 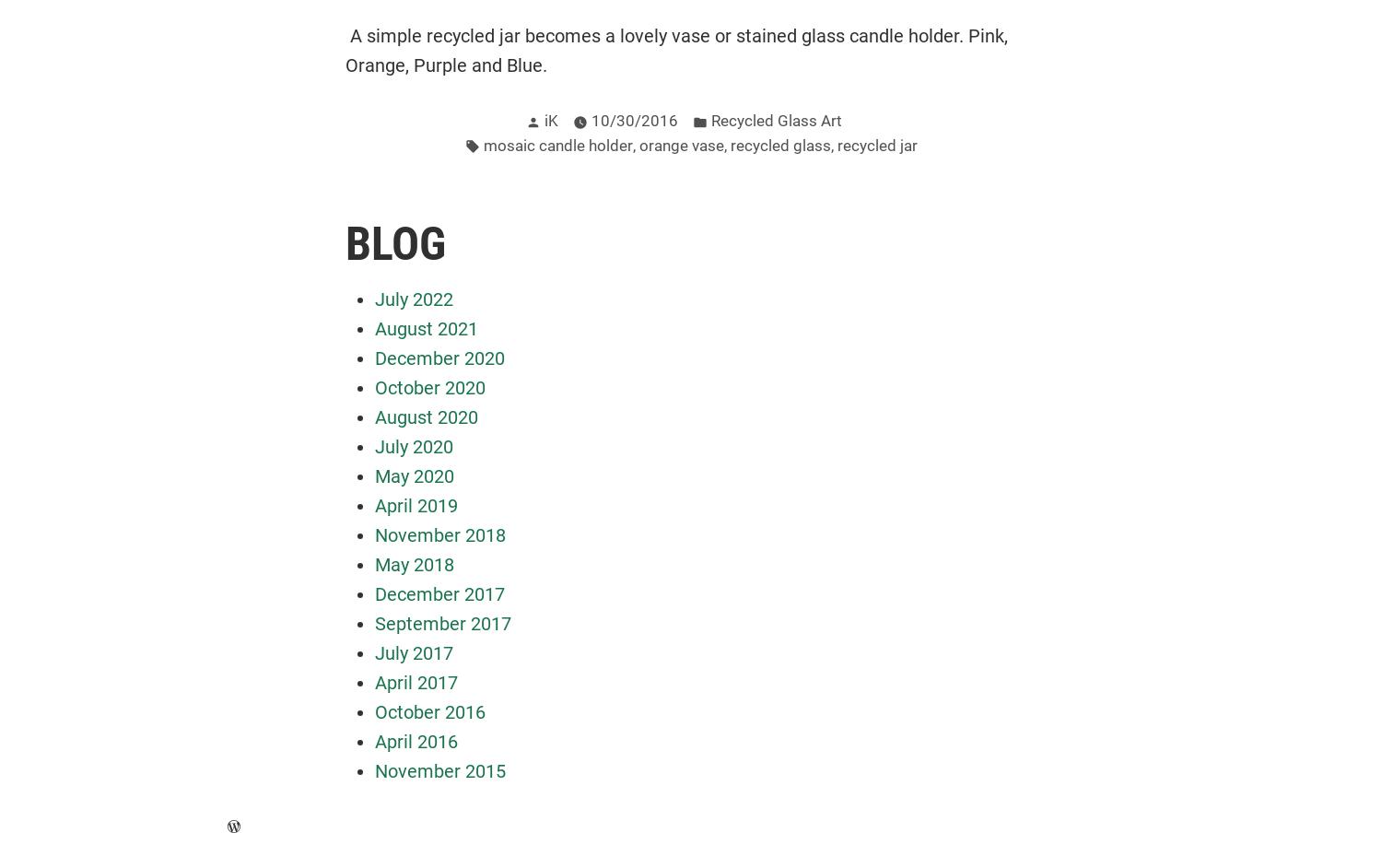 What do you see at coordinates (590, 121) in the screenshot?
I see `'10/30/2016'` at bounding box center [590, 121].